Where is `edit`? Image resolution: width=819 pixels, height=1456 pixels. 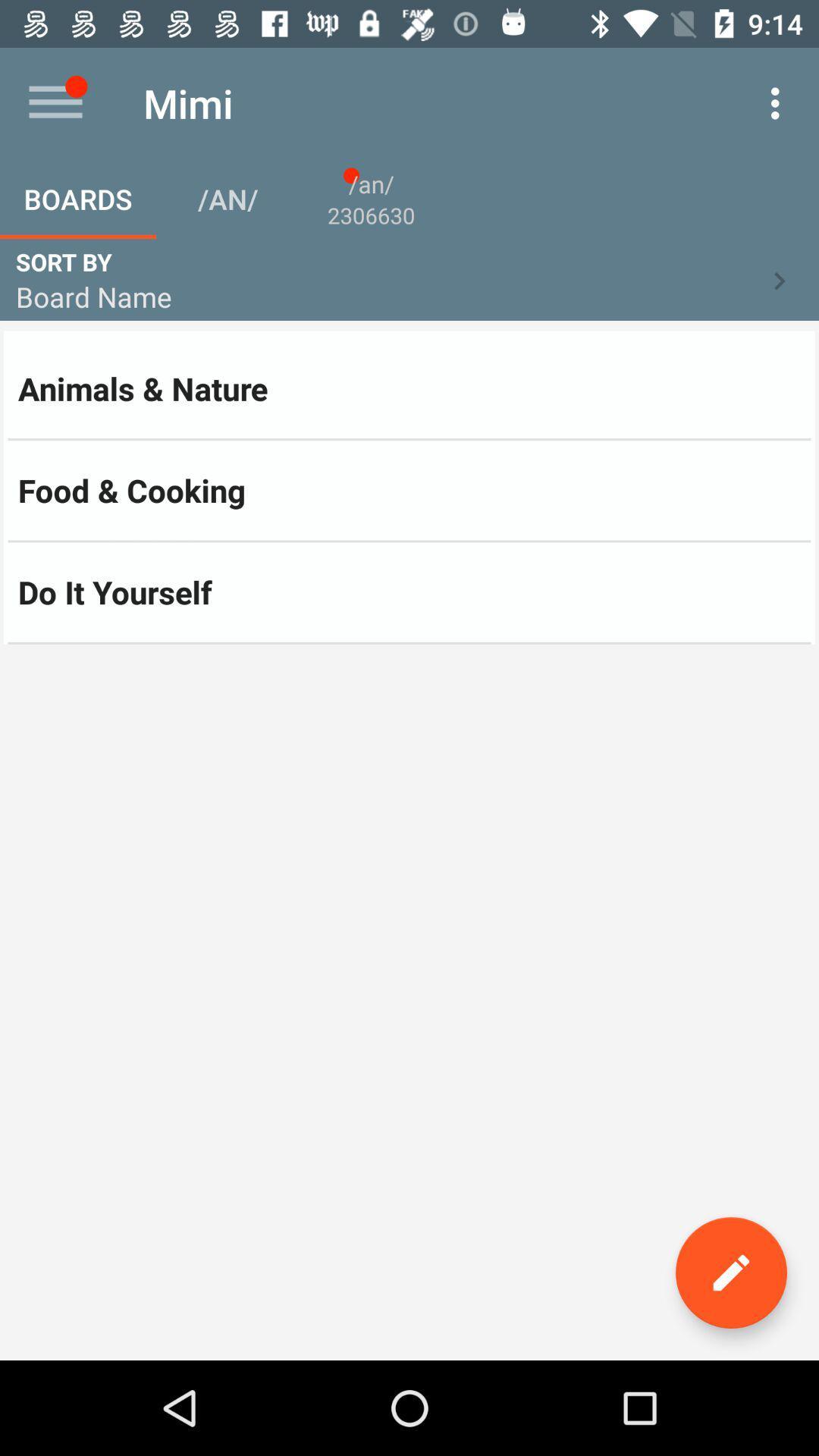 edit is located at coordinates (730, 1272).